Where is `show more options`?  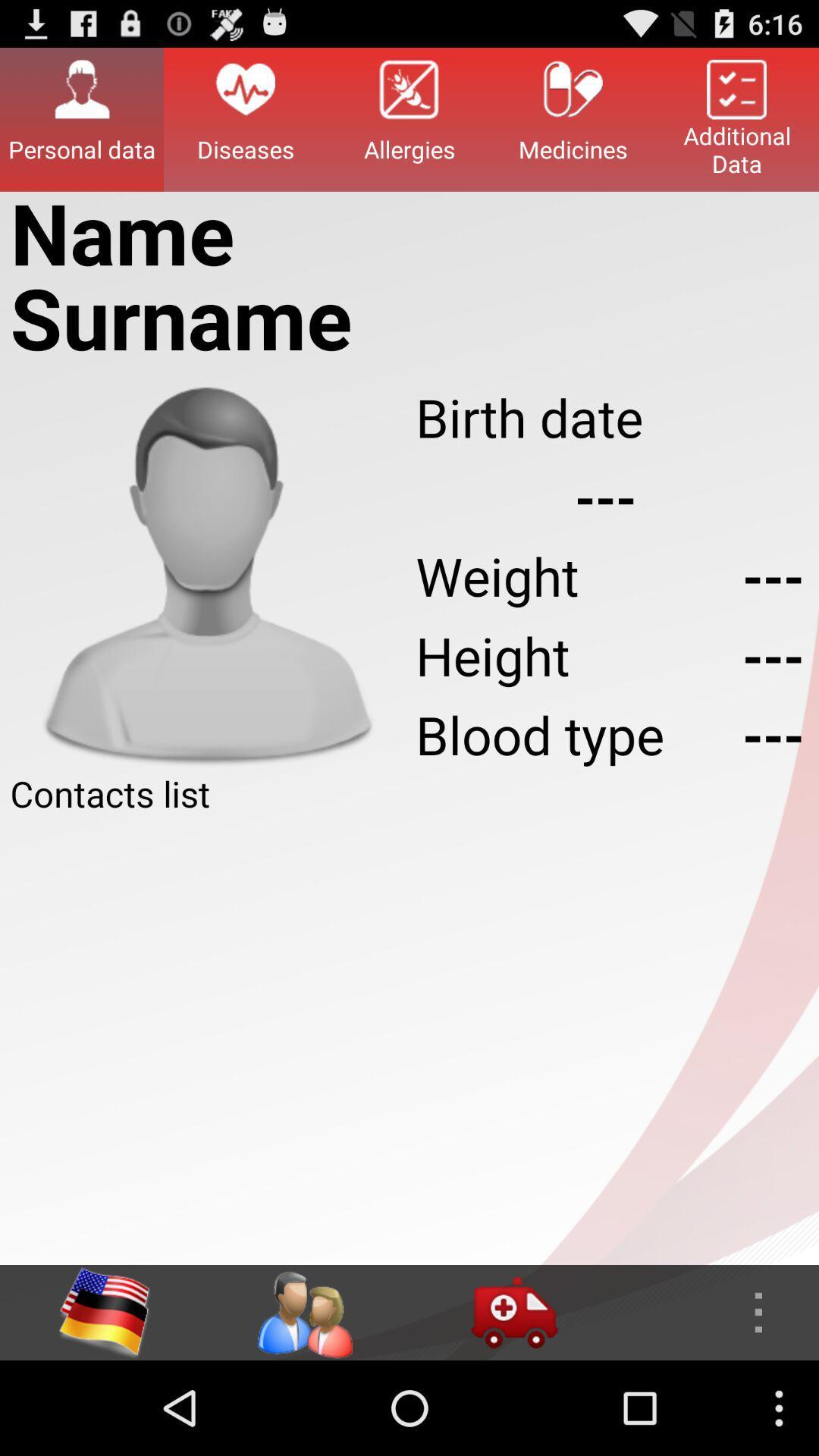
show more options is located at coordinates (714, 1312).